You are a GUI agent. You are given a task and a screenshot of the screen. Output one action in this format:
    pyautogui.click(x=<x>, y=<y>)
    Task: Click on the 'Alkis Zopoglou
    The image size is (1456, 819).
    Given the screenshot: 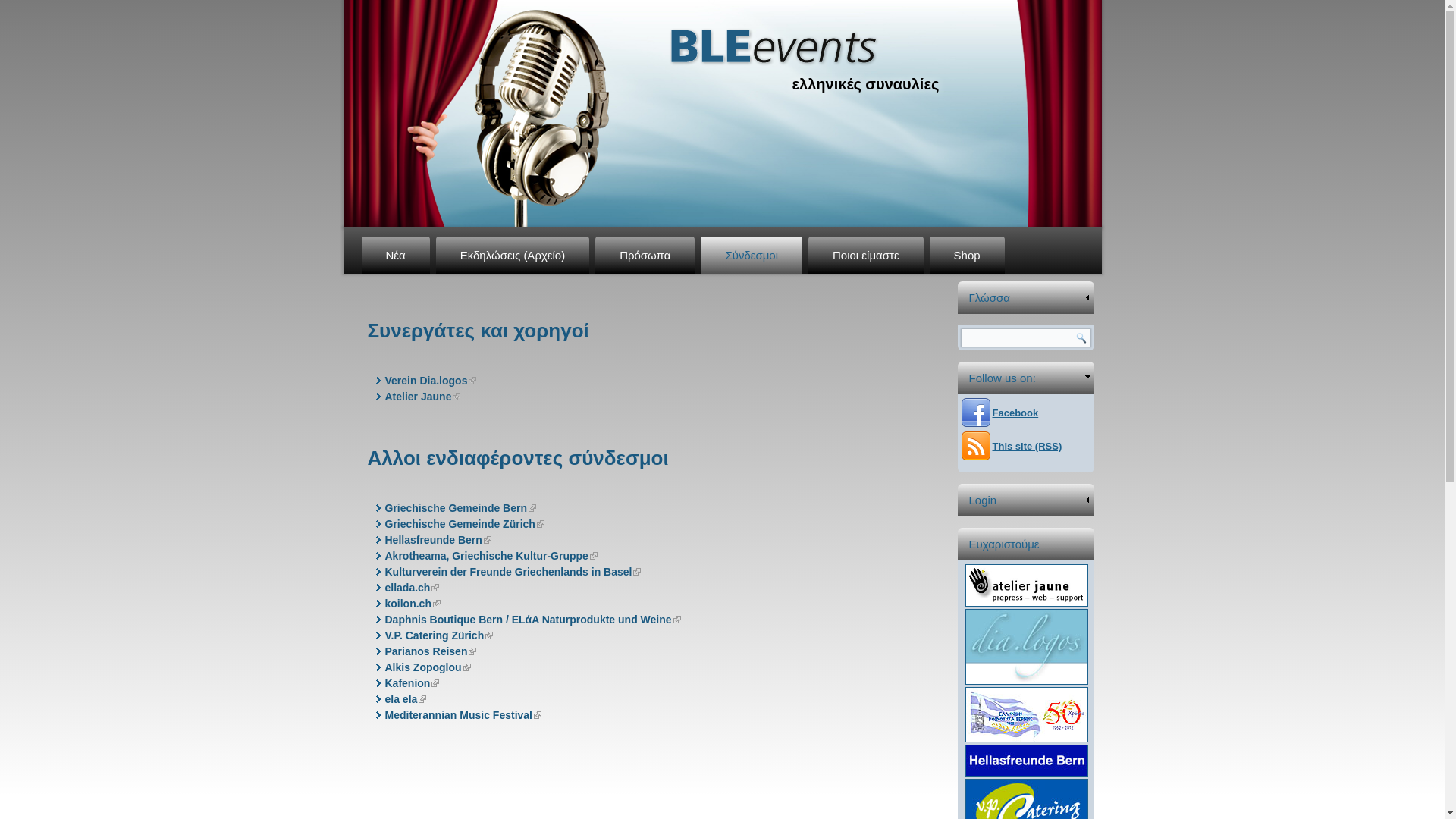 What is the action you would take?
    pyautogui.click(x=427, y=666)
    